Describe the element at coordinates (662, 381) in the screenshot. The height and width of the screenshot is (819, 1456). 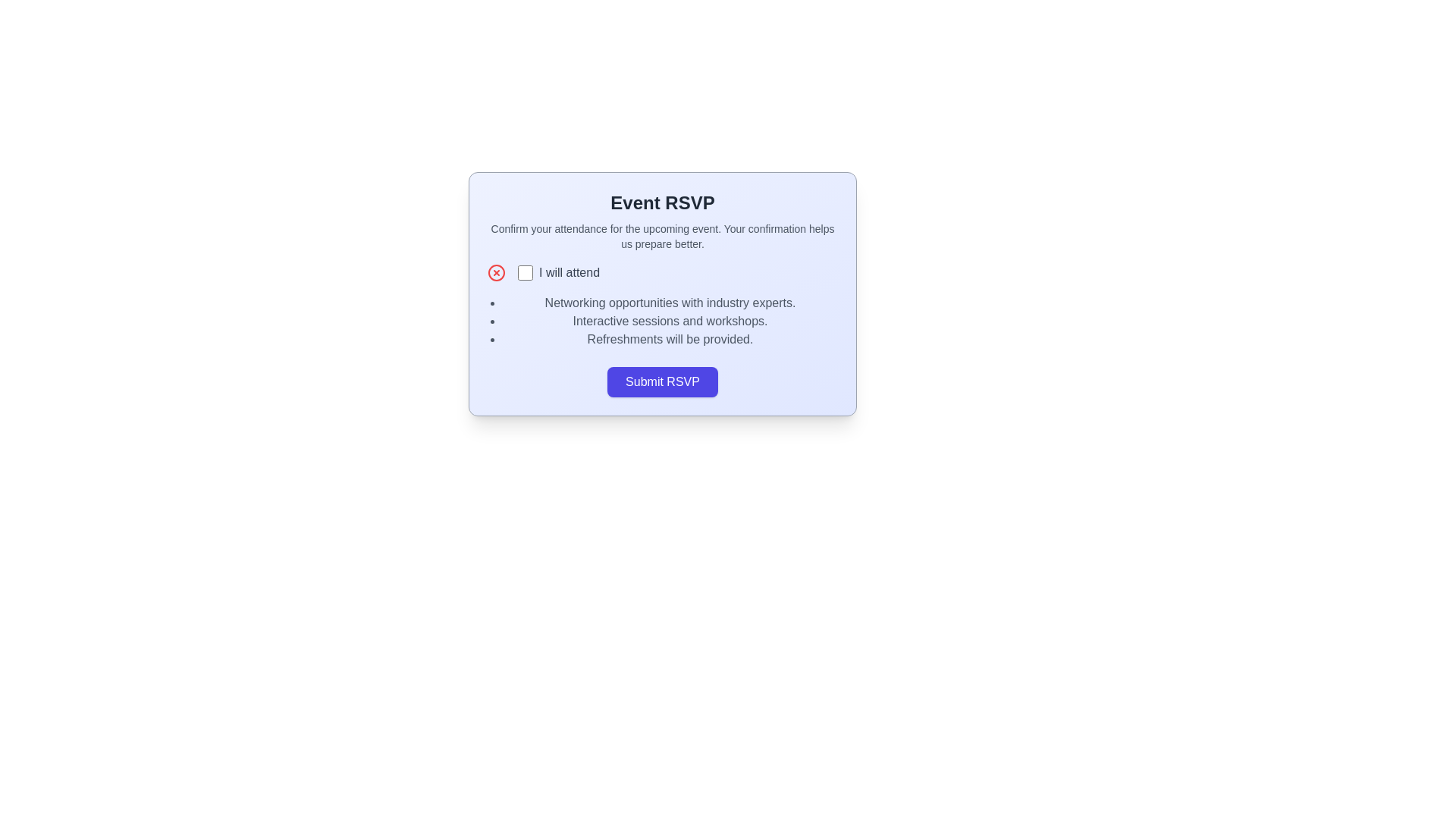
I see `the rectangular button with rounded corners and a purple background labeled 'Submit RSVP' to observe any hover effects` at that location.